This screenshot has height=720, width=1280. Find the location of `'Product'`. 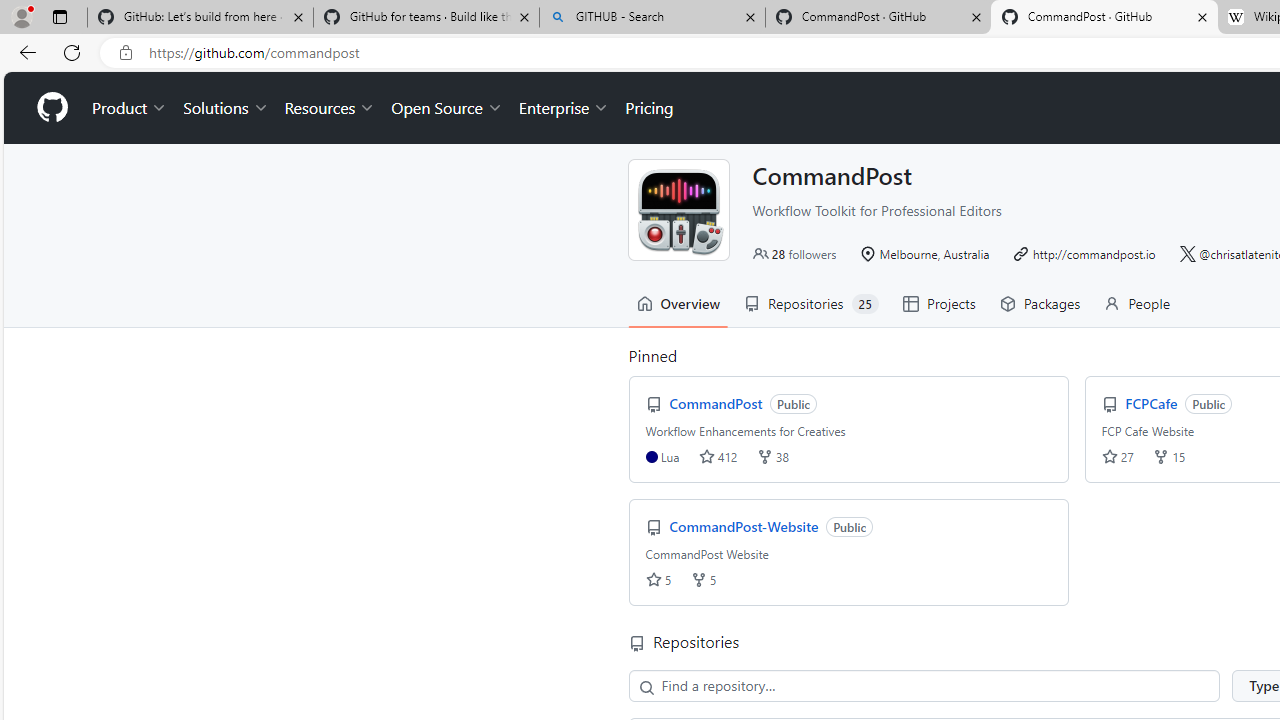

'Product' is located at coordinates (129, 108).